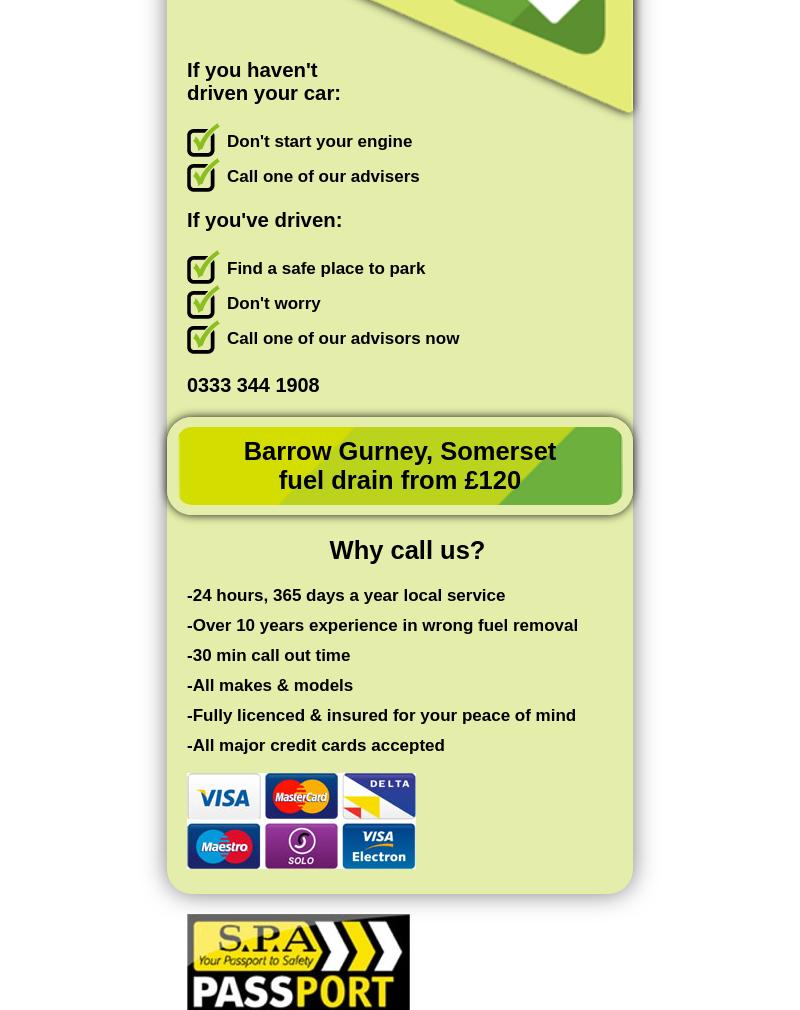 The width and height of the screenshot is (800, 1010). What do you see at coordinates (383, 714) in the screenshot?
I see `'Fully licenced & insured for your peace of mind'` at bounding box center [383, 714].